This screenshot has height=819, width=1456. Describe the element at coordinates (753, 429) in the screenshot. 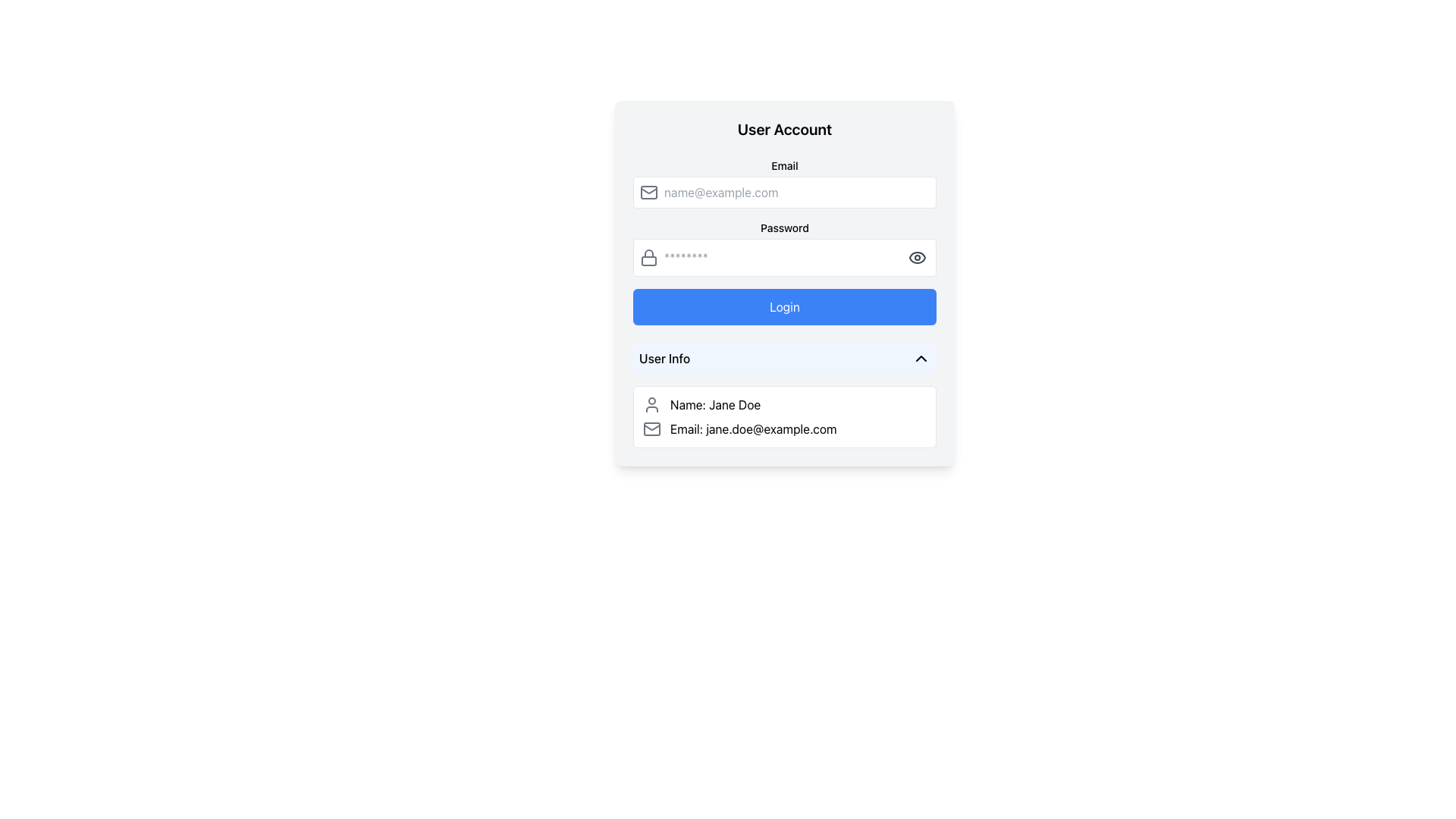

I see `text label displaying 'Email: jane.doe@example.com' which is located at the bottom-right of the 'User Info' section under the 'User Account' panel, next to the email icon` at that location.